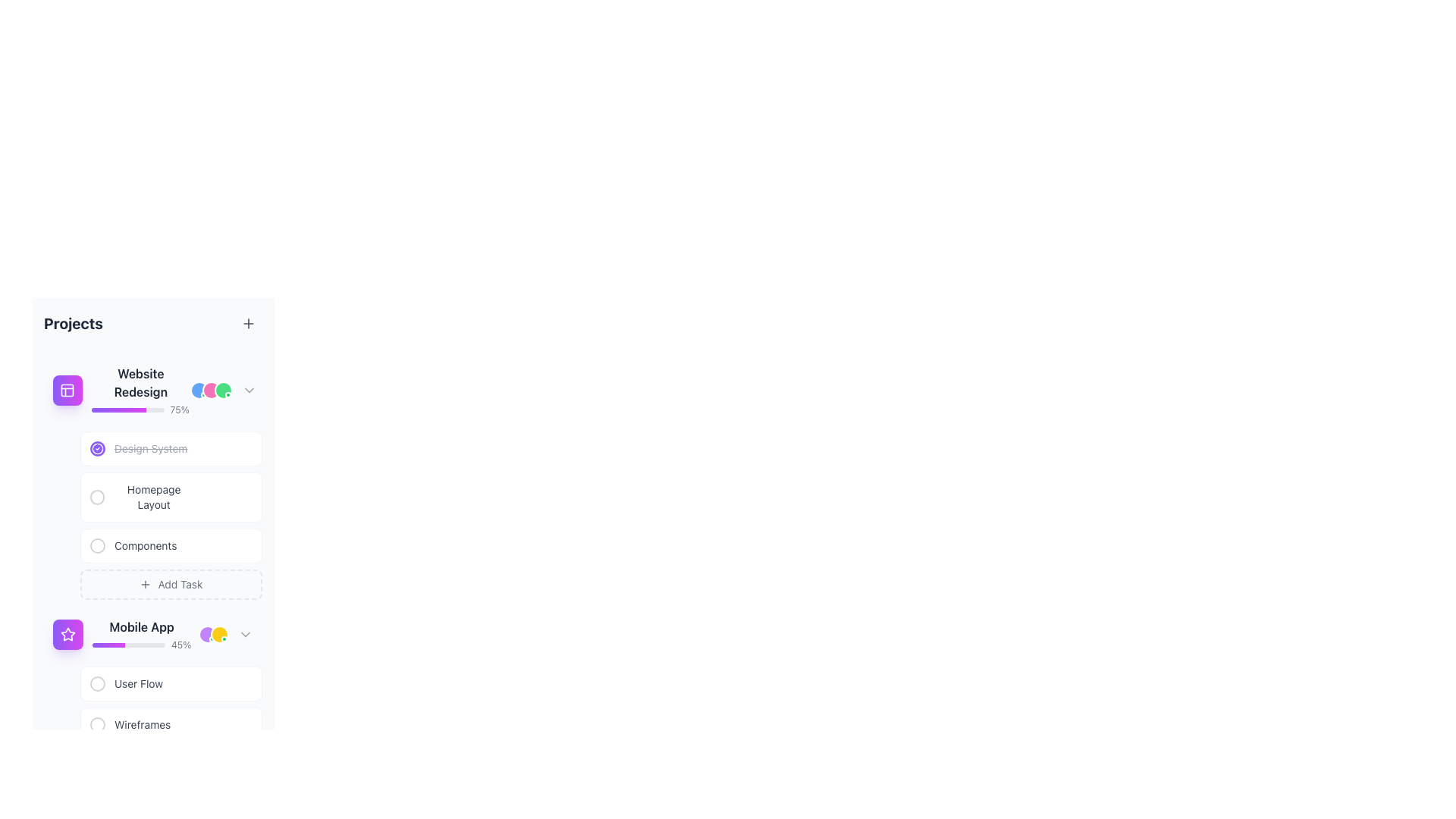 The height and width of the screenshot is (819, 1456). I want to click on the text label that indicates metadata or a deadline, located within the 'Components' section, above the 'Add Task' button and to the right of the green circular indicator, so click(221, 546).